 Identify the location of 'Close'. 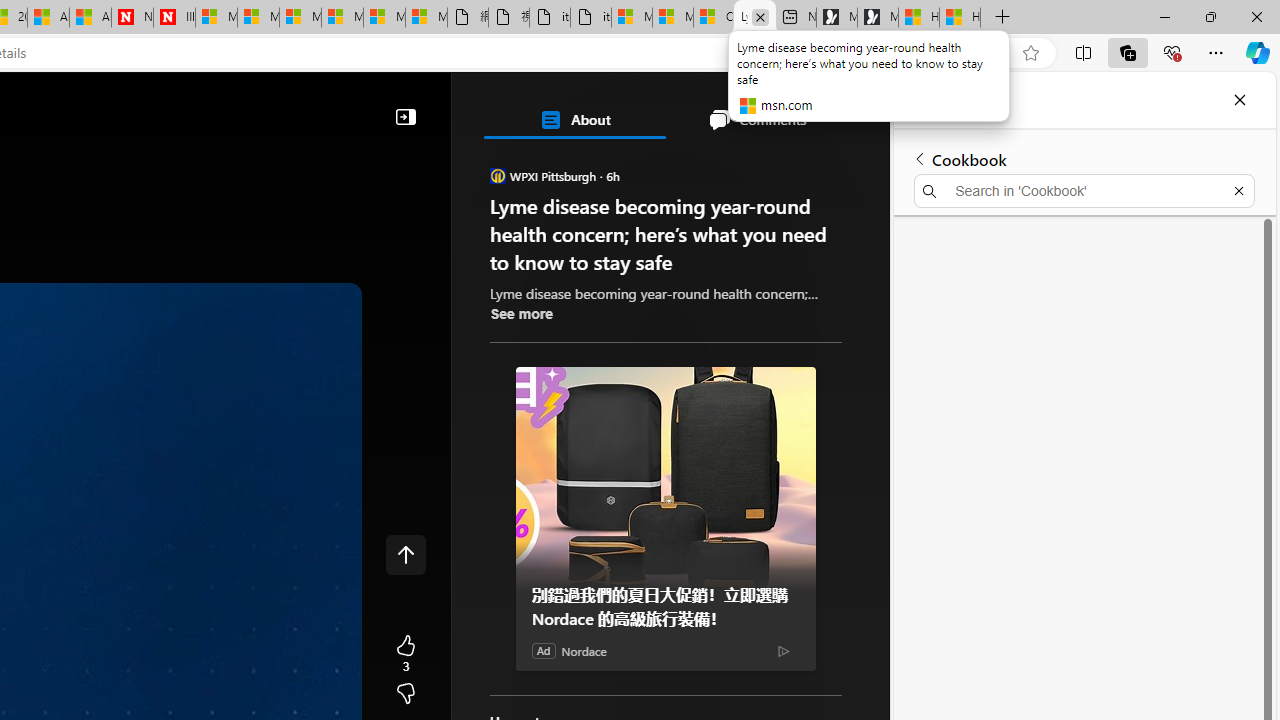
(1238, 100).